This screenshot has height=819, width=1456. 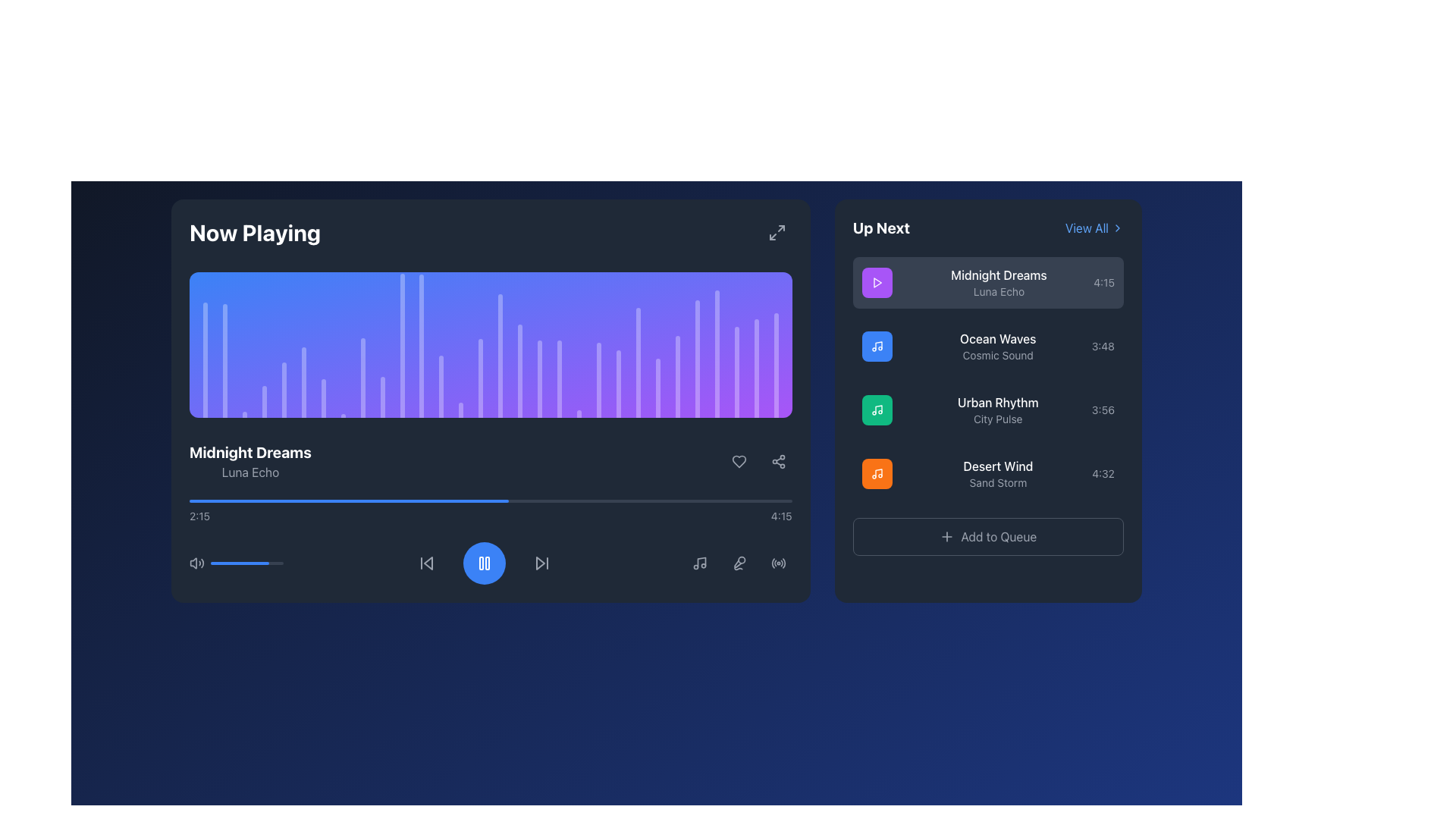 I want to click on the text label that displays the duration of the corresponding track in the third row of the 'Up Next' section, located on the far right side adjacent to the 'Urban Rhythm' entry, so click(x=1103, y=409).